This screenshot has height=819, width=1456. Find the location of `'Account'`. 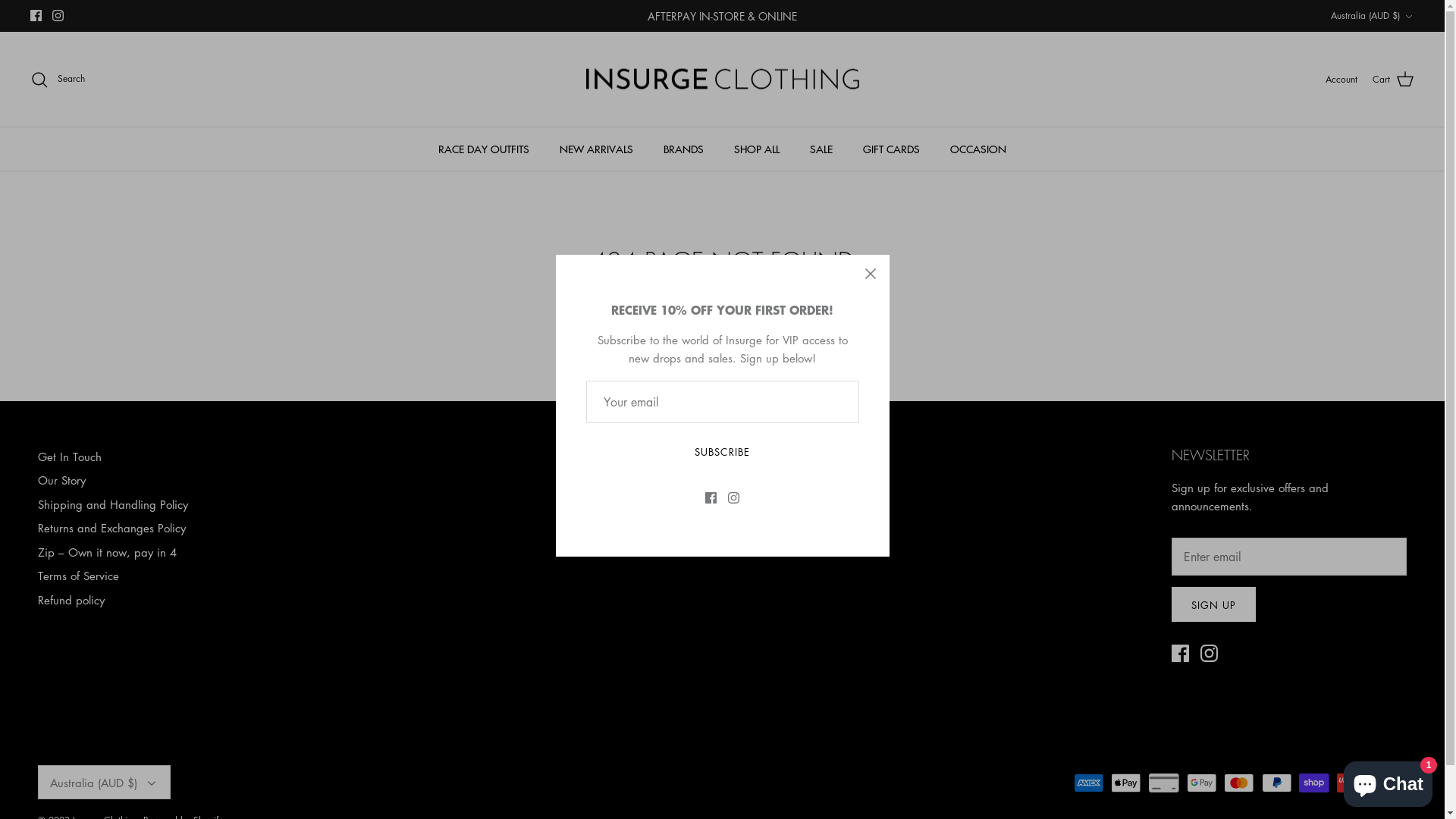

'Account' is located at coordinates (1341, 79).